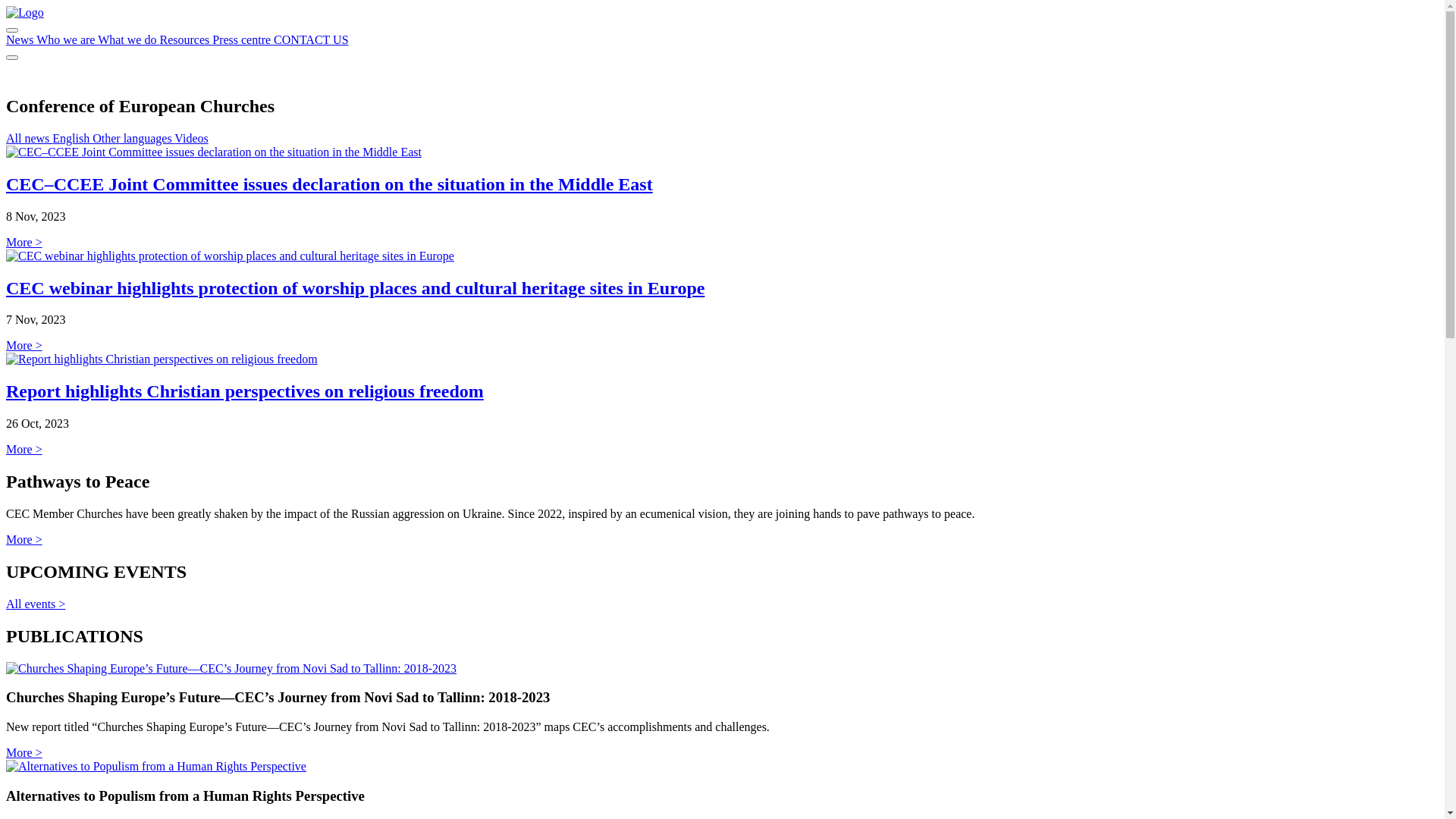  What do you see at coordinates (184, 39) in the screenshot?
I see `'Resources'` at bounding box center [184, 39].